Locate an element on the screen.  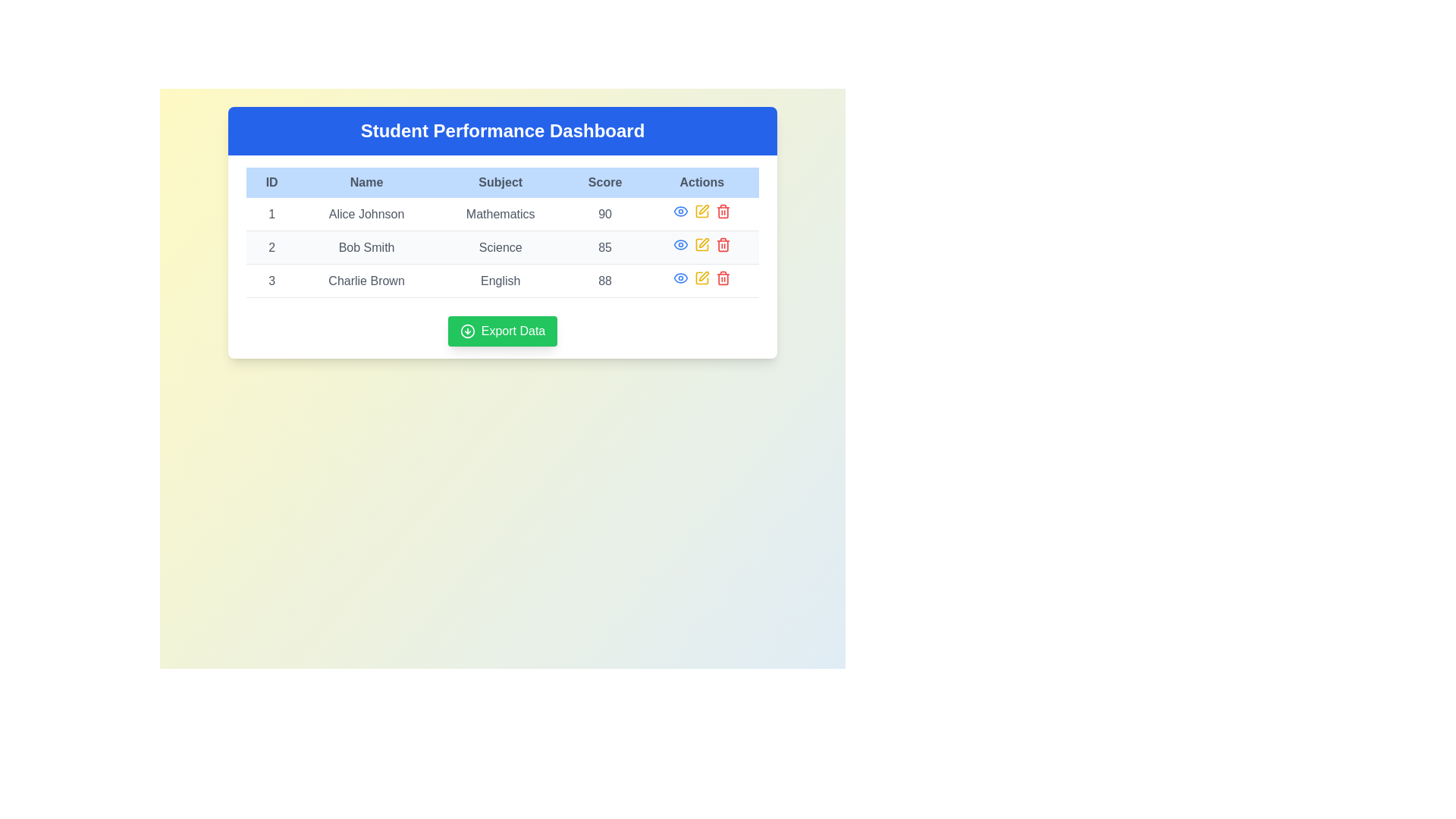
the pen icon representing the edit action for the 'Science' subject in the second row of the data table under the 'Actions' column is located at coordinates (703, 276).